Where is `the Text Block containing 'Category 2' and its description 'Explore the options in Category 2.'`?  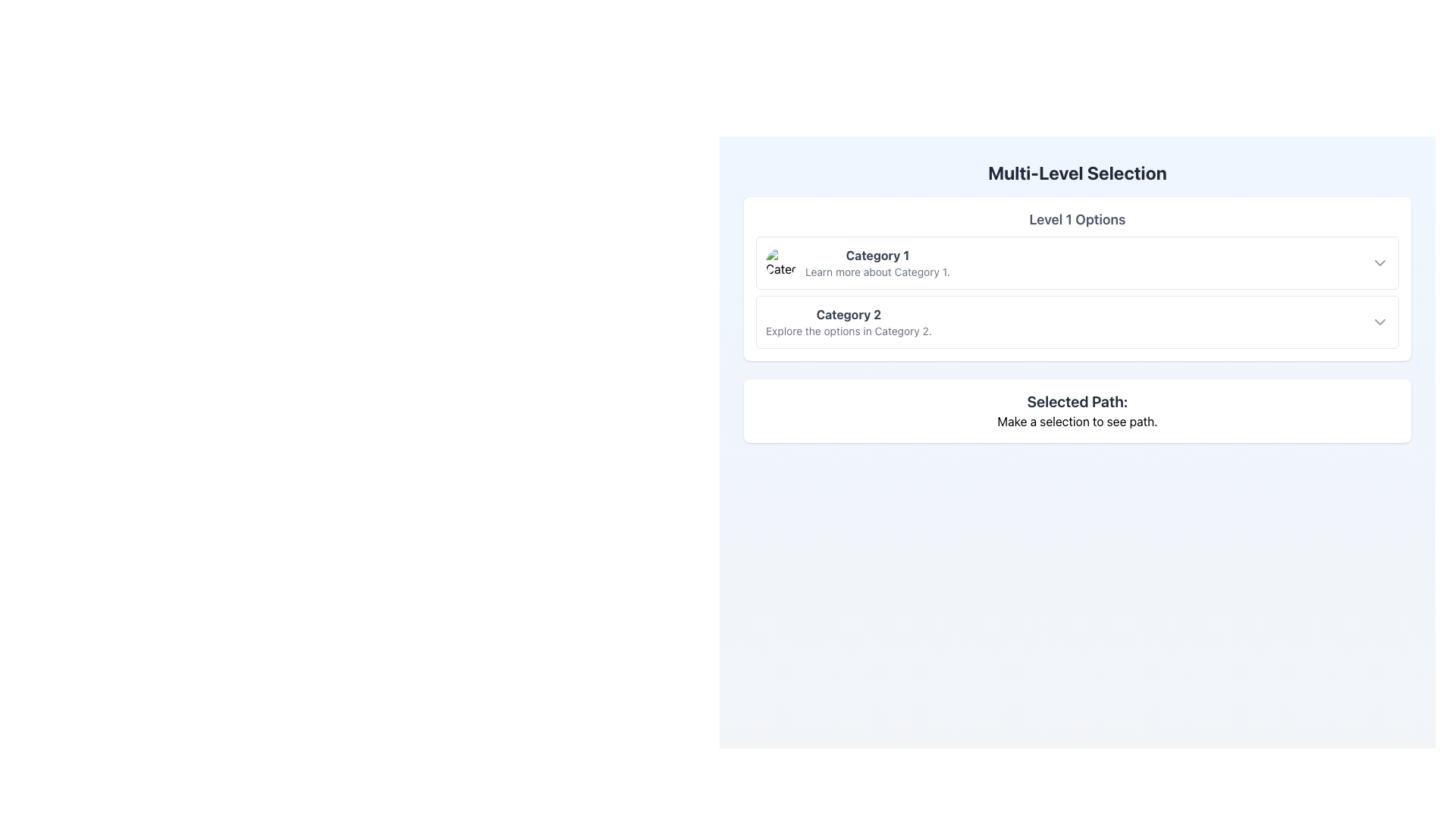 the Text Block containing 'Category 2' and its description 'Explore the options in Category 2.' is located at coordinates (848, 321).